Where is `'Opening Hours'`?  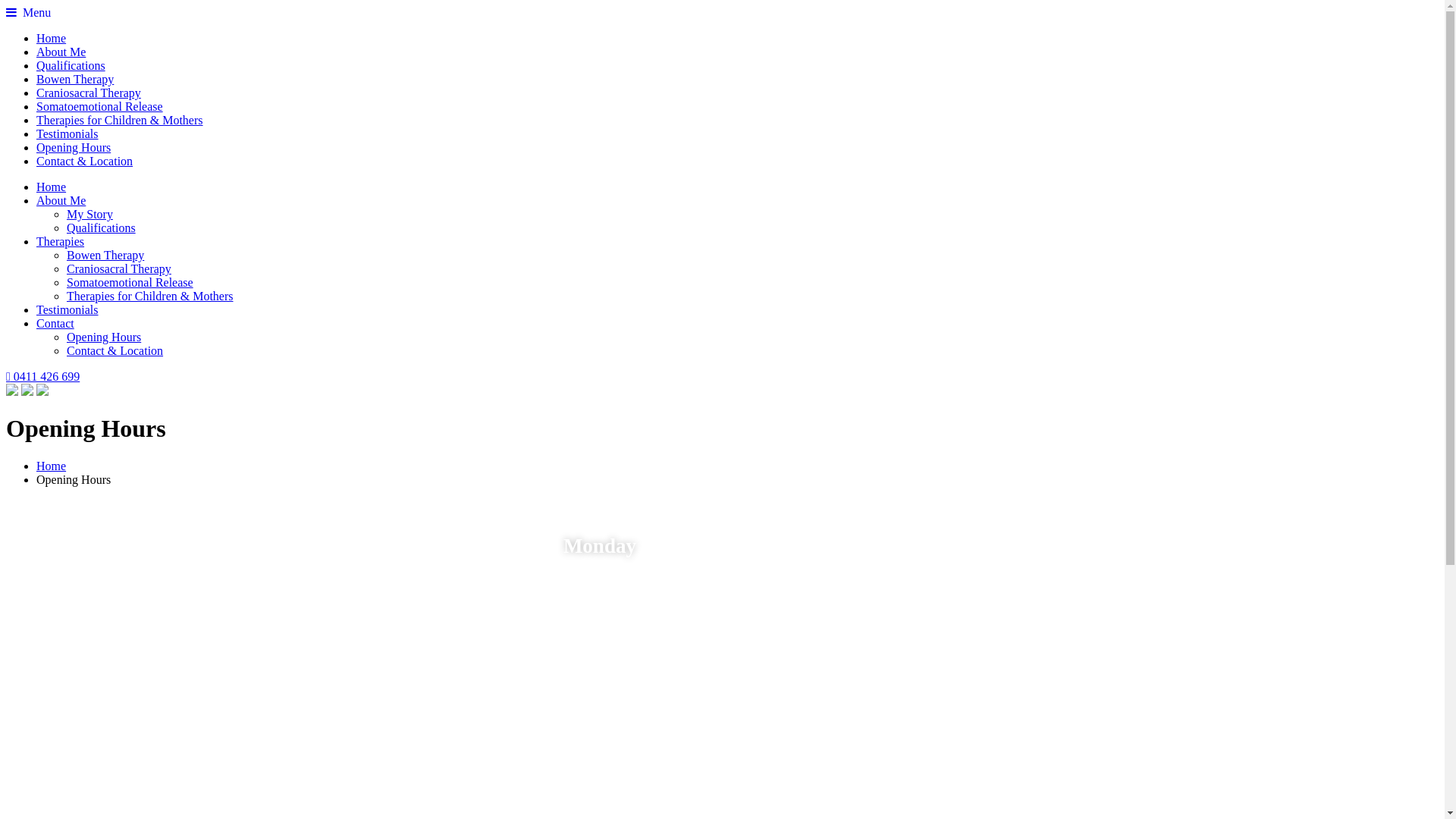 'Opening Hours' is located at coordinates (103, 336).